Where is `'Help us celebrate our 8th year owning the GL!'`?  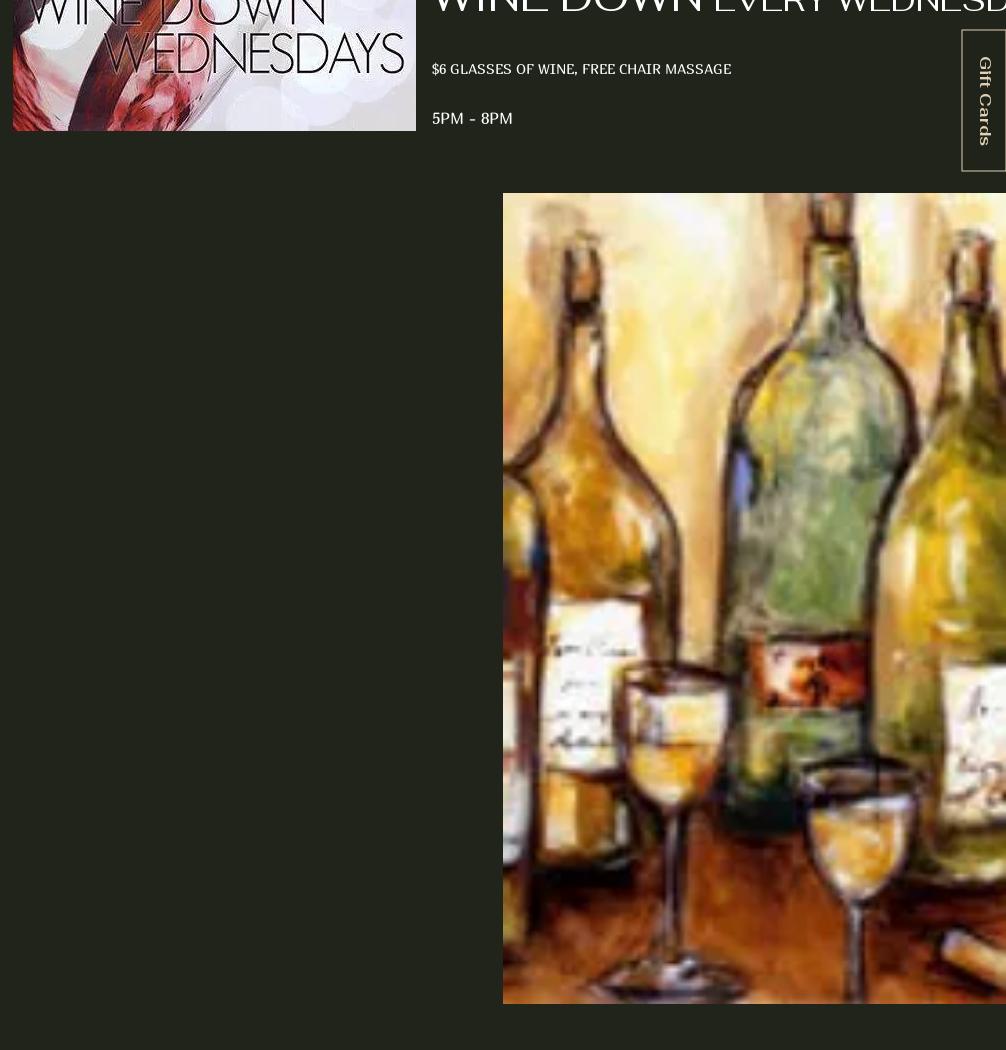 'Help us celebrate our 8th year owning the GL!' is located at coordinates (232, 463).